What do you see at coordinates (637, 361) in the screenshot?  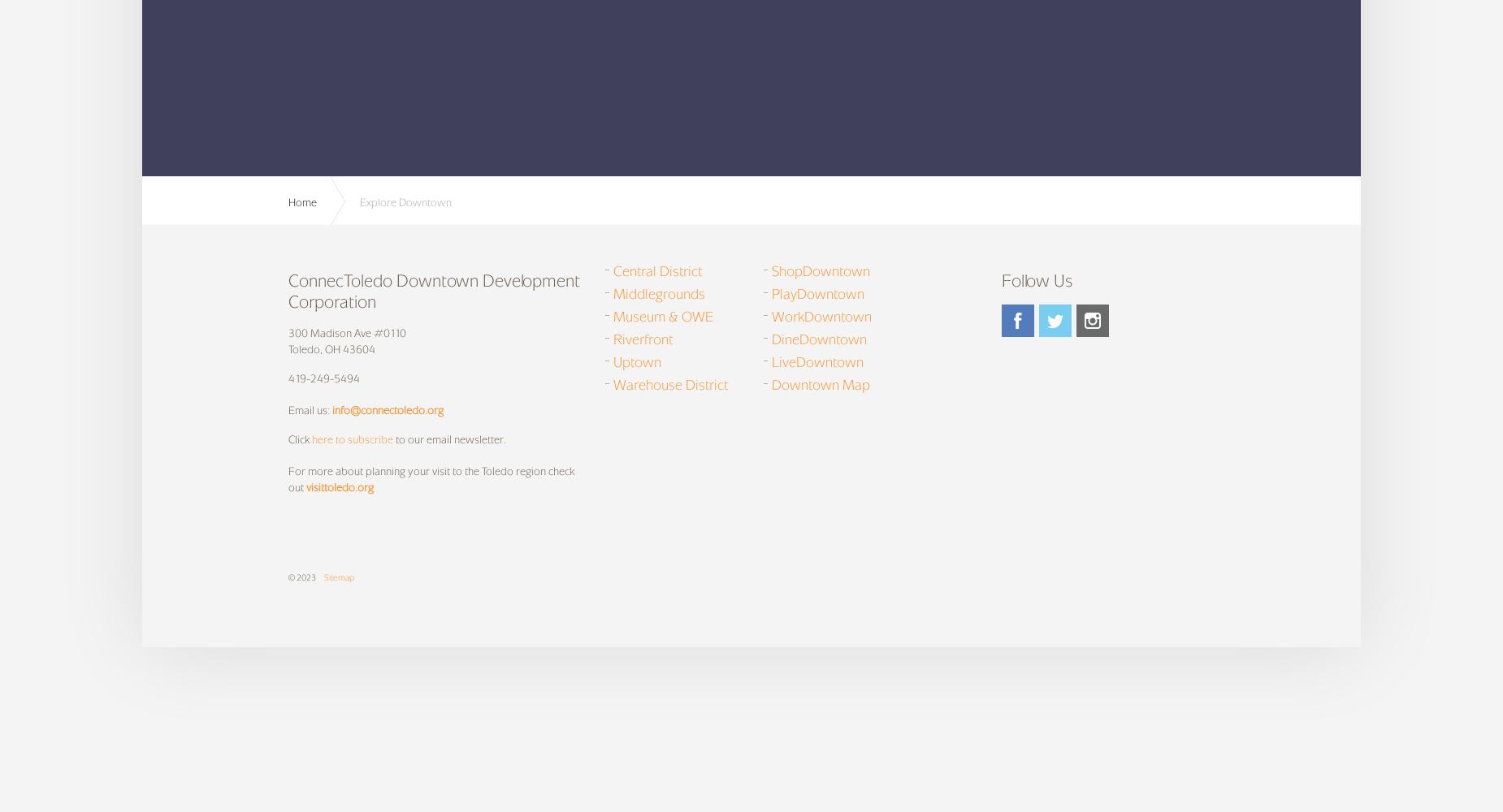 I see `'Uptown'` at bounding box center [637, 361].